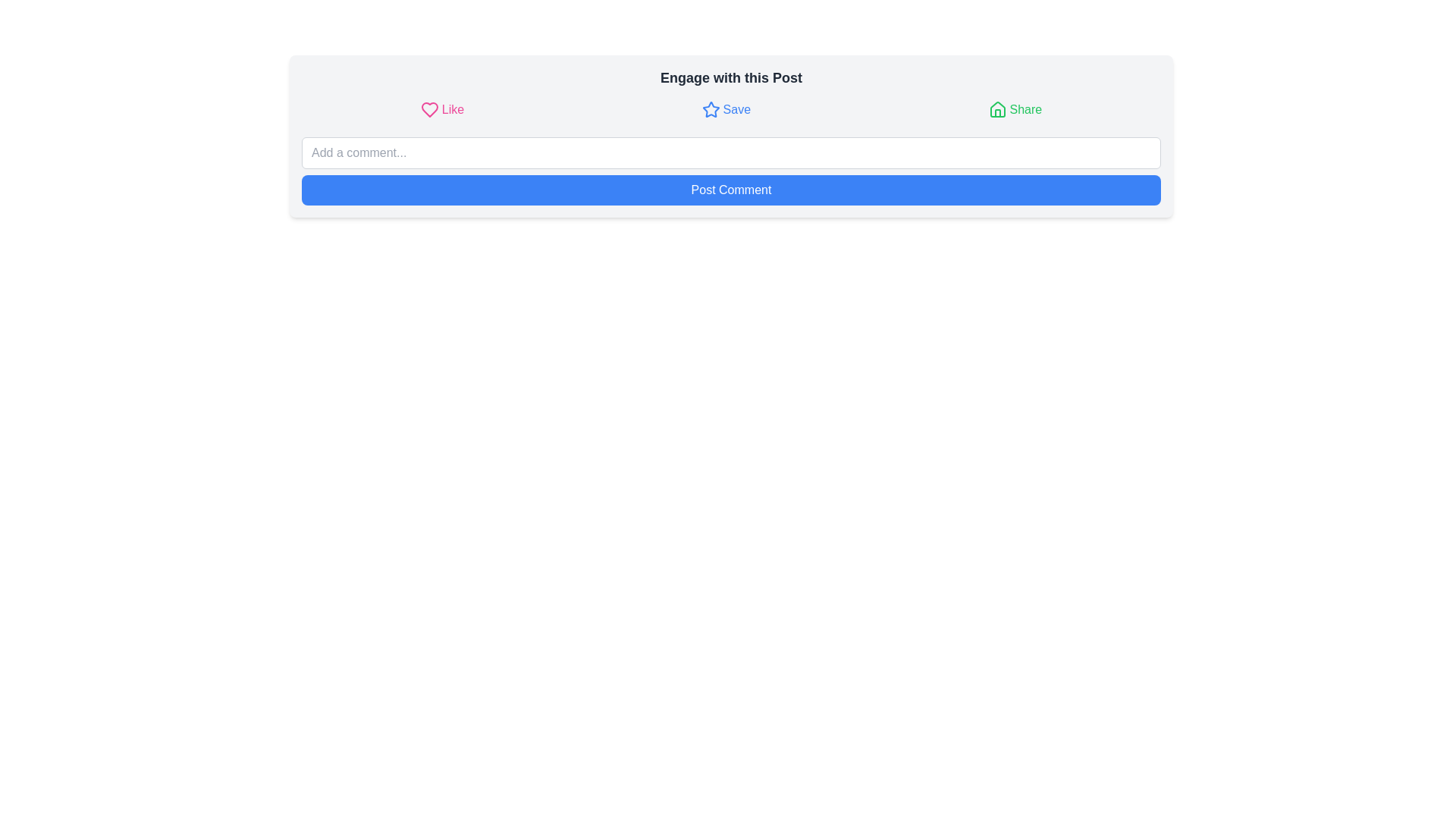 The height and width of the screenshot is (819, 1456). I want to click on the 'Like' button, which features a pink heart icon and is the first in a horizontal row of buttons at the top of the component, so click(441, 109).